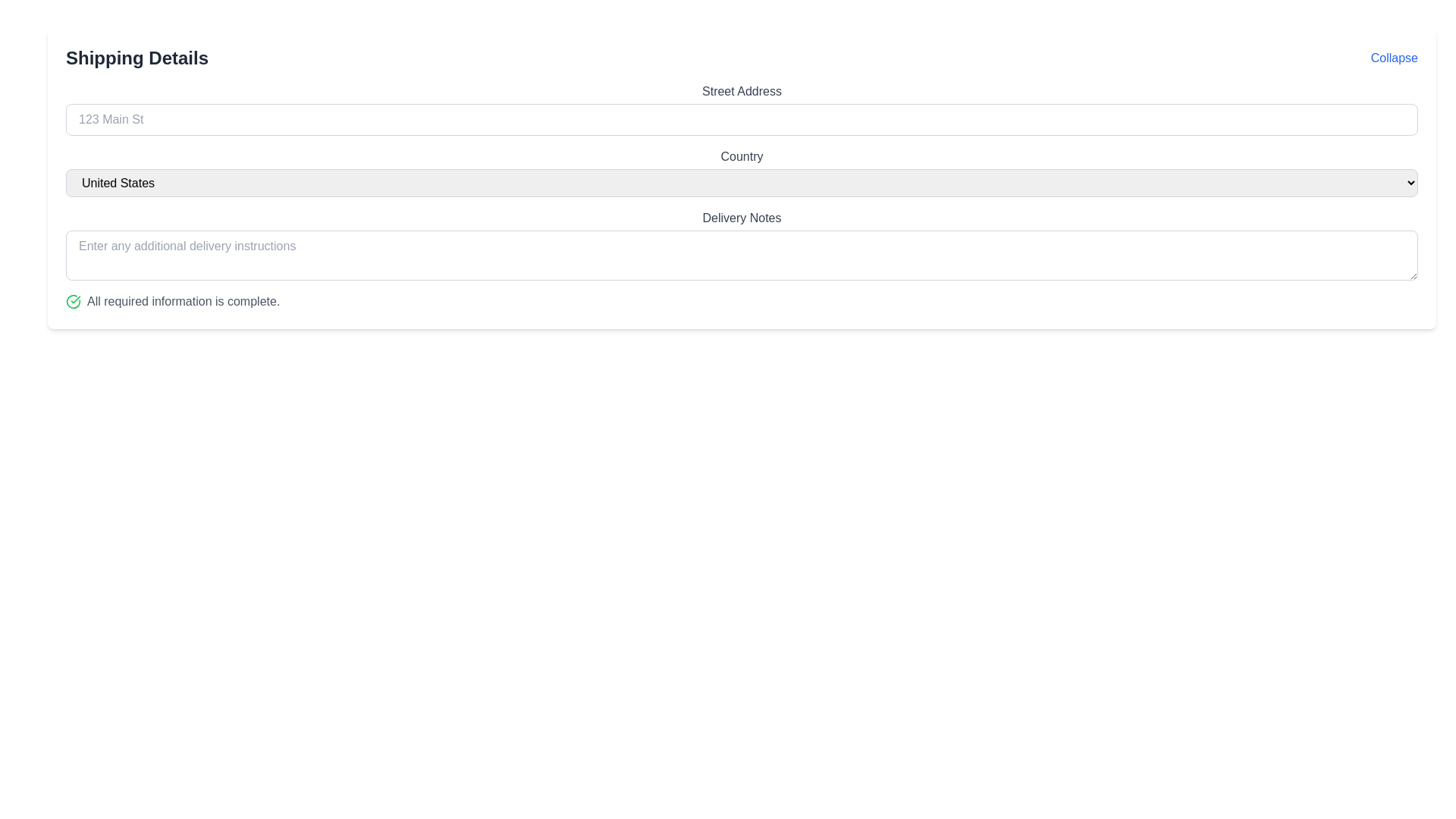  What do you see at coordinates (1394, 58) in the screenshot?
I see `the interactive text link` at bounding box center [1394, 58].